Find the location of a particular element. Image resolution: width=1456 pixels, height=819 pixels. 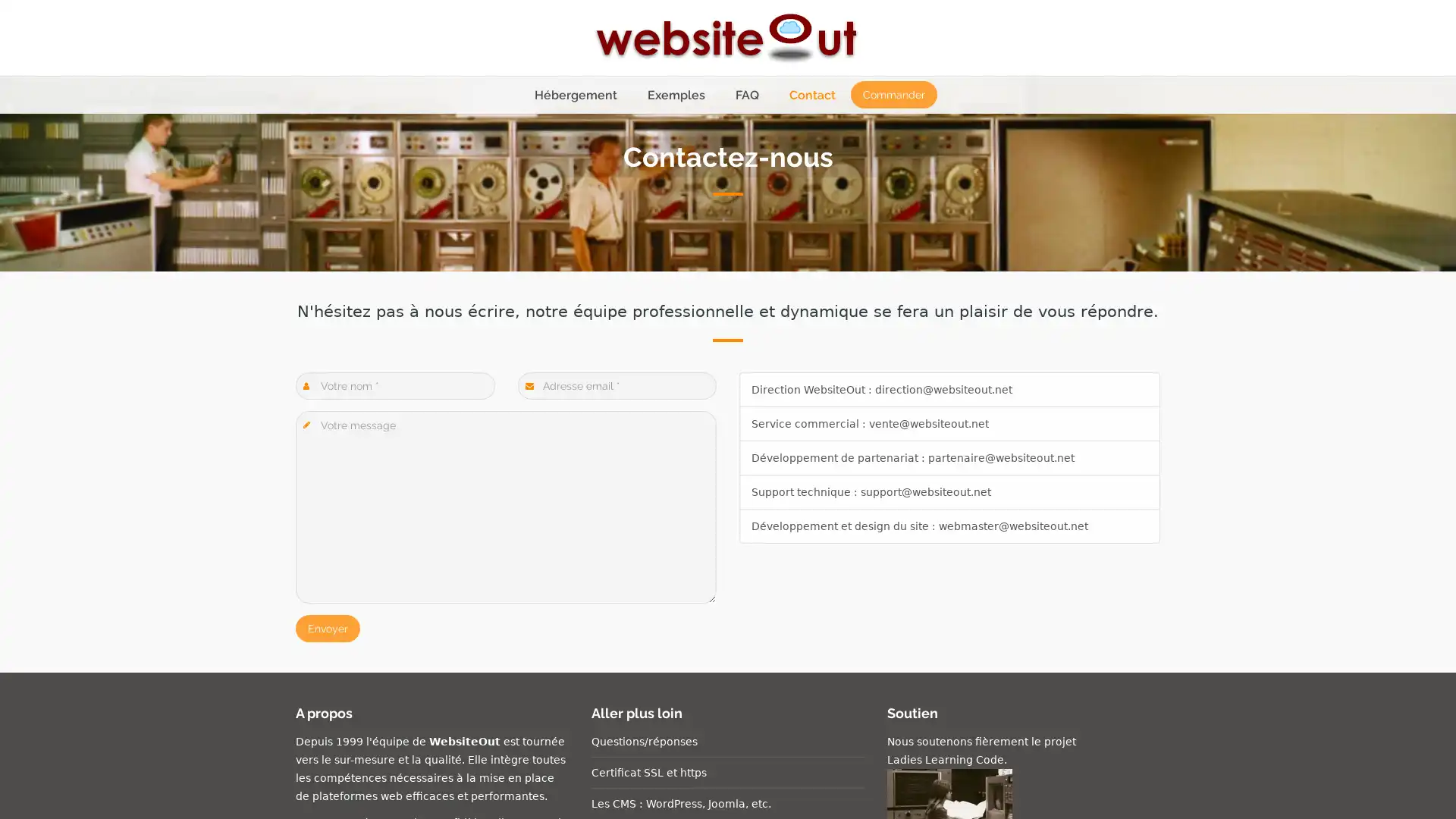

Commander is located at coordinates (893, 94).